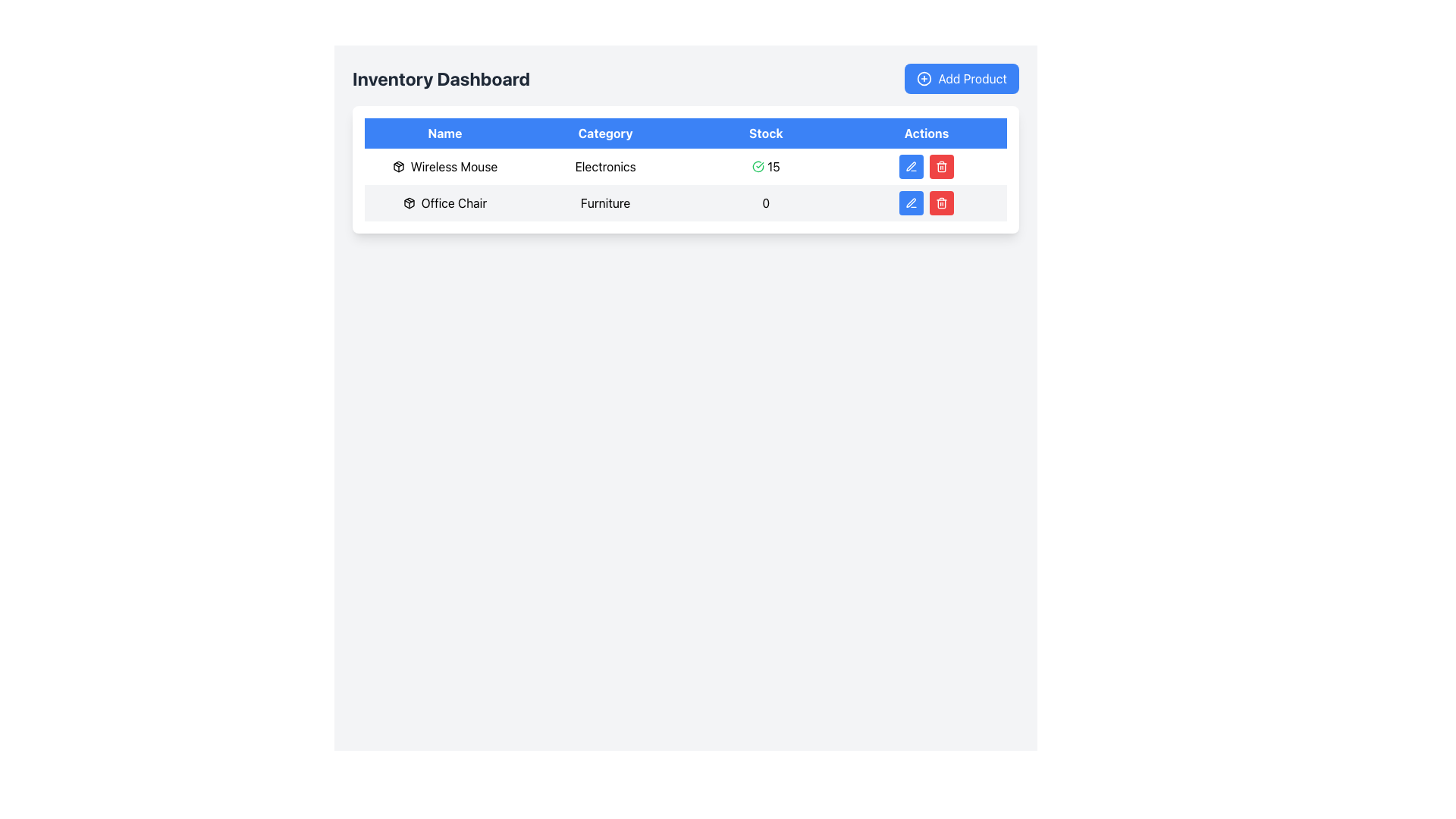  What do you see at coordinates (941, 202) in the screenshot?
I see `the delete button located in the second table row under the 'Actions' column` at bounding box center [941, 202].